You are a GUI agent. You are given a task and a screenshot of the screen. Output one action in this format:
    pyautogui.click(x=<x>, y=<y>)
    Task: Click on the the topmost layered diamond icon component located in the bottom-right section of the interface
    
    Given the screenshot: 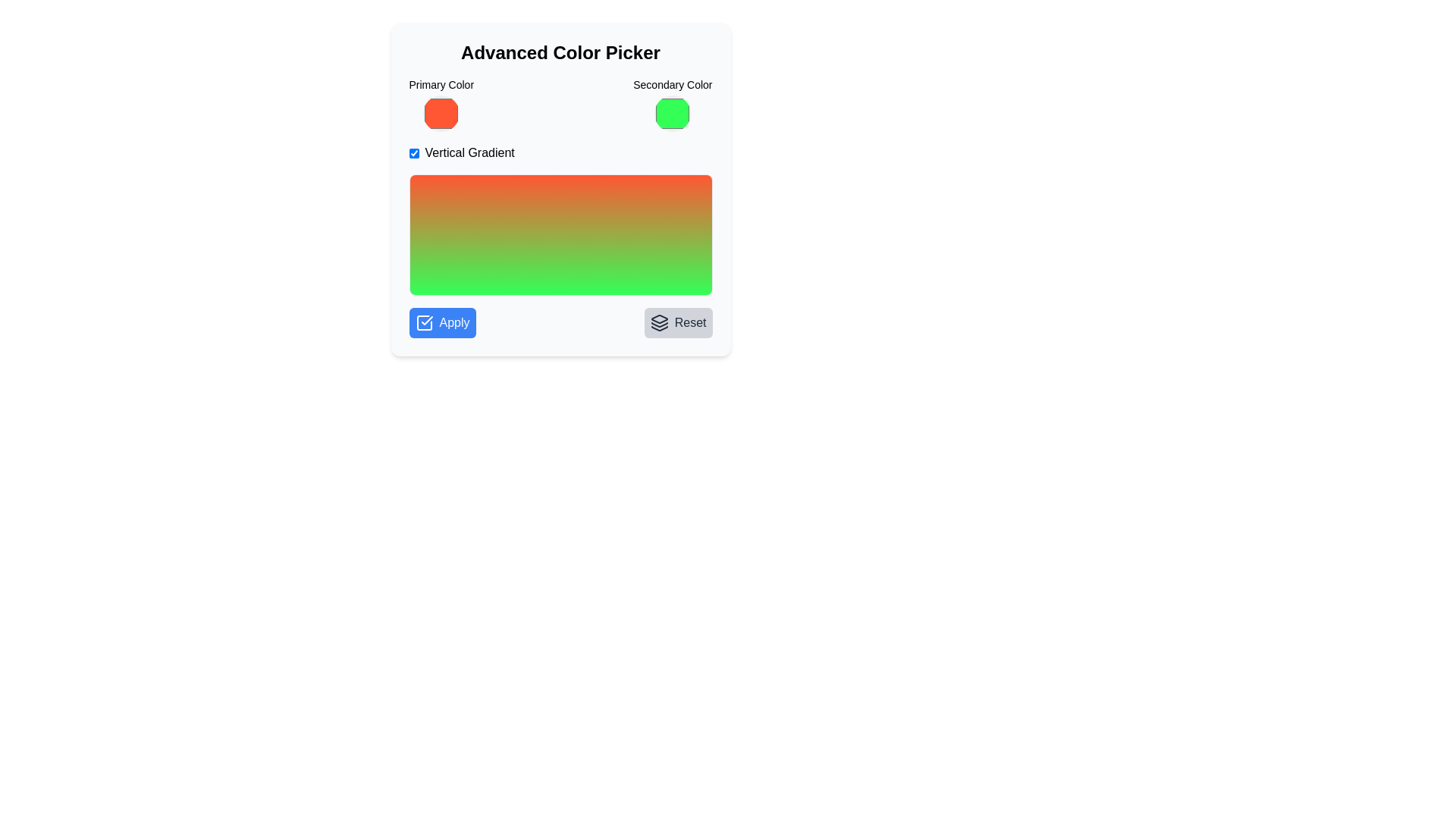 What is the action you would take?
    pyautogui.click(x=659, y=318)
    